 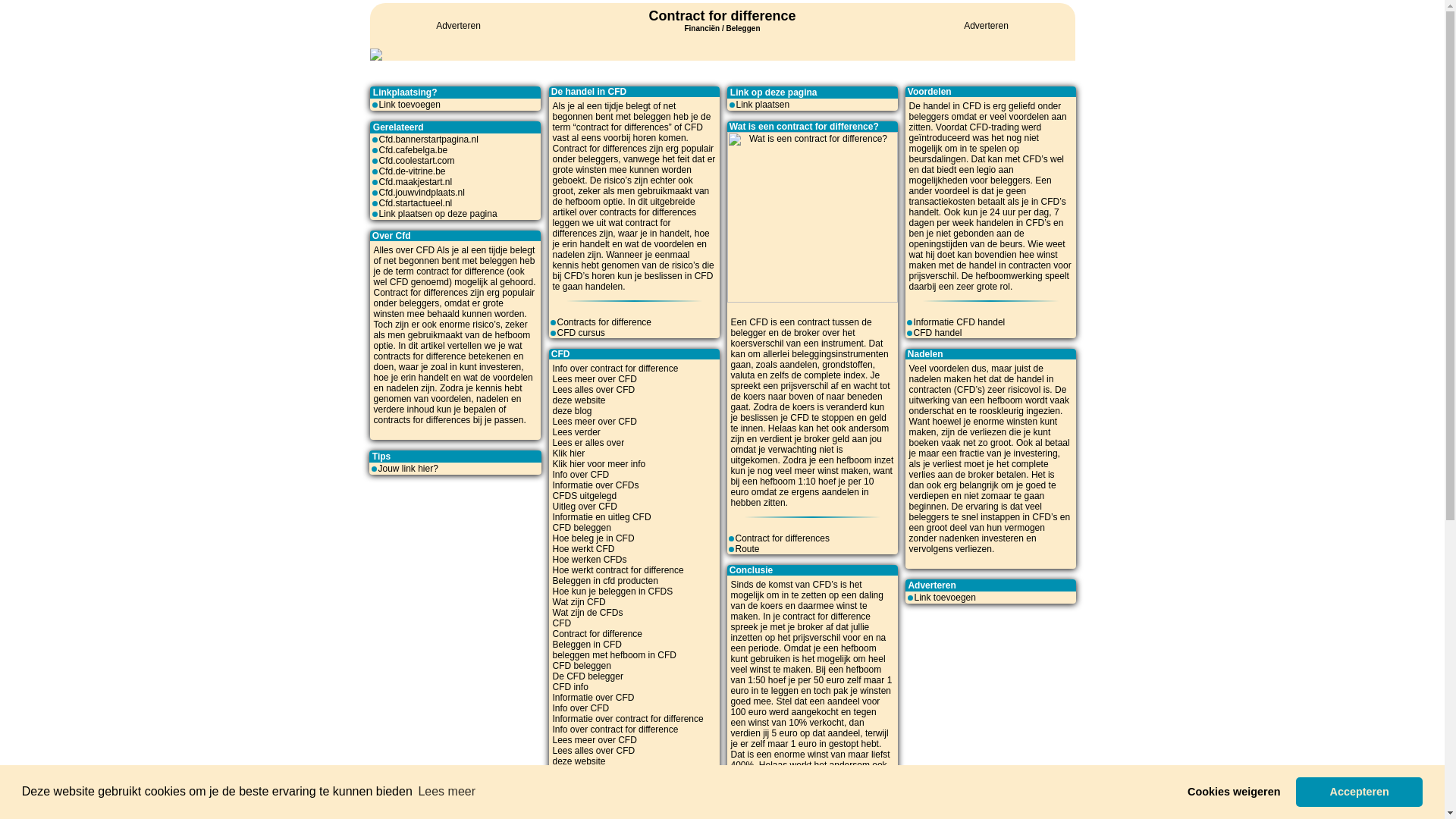 I want to click on 'Cfd.coolestart.com', so click(x=417, y=161).